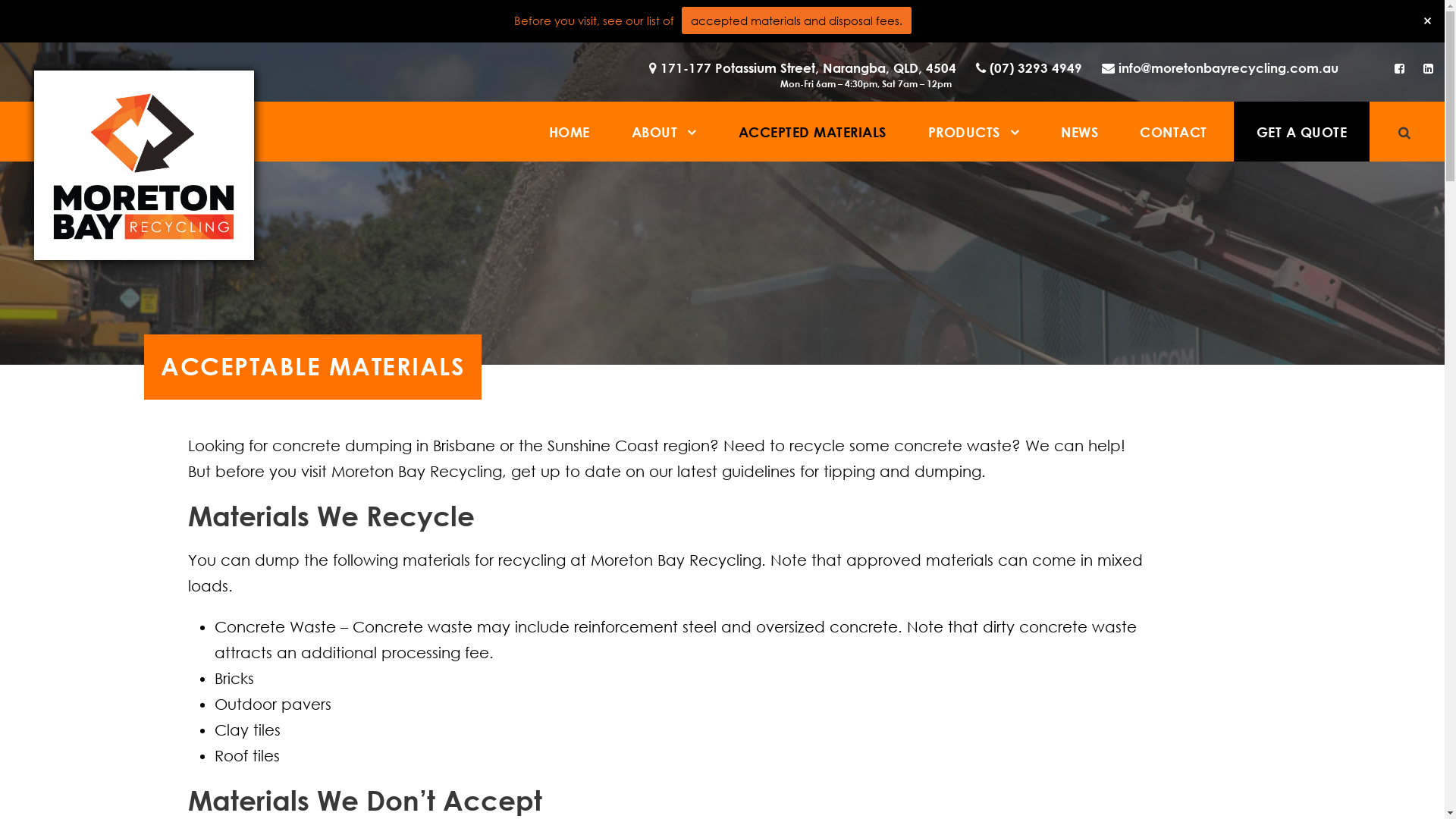 This screenshot has height=819, width=1456. Describe the element at coordinates (1394, 67) in the screenshot. I see `'facebook'` at that location.